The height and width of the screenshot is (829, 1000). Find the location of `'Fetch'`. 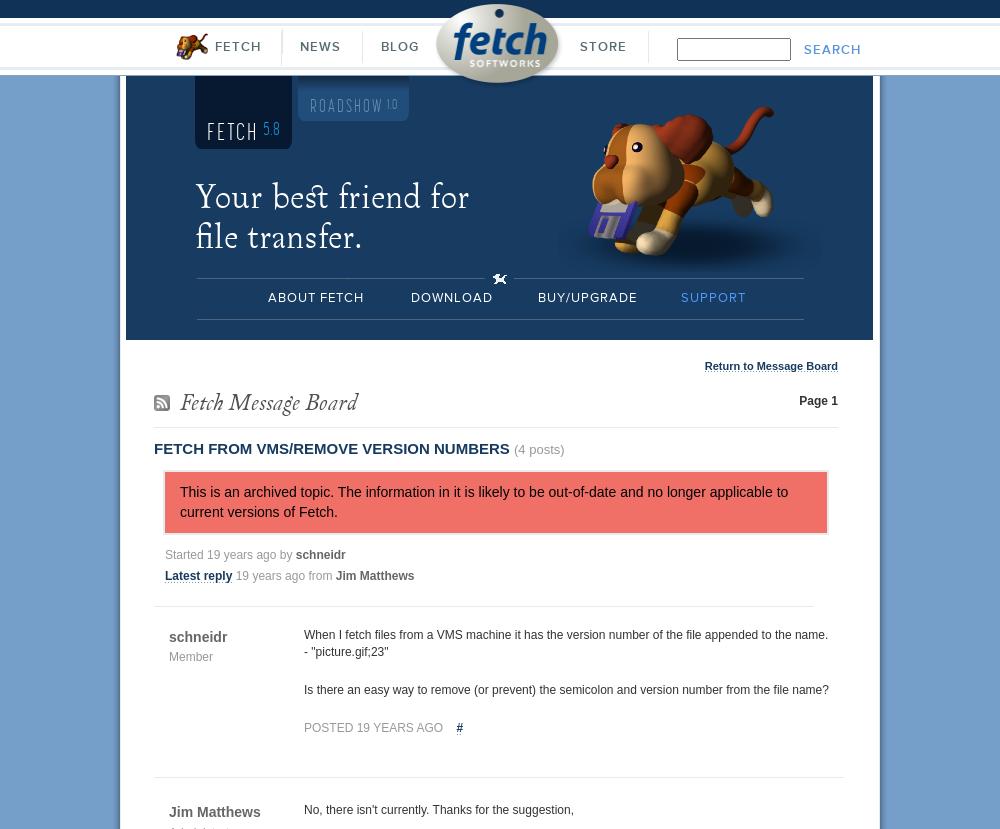

'Fetch' is located at coordinates (234, 131).